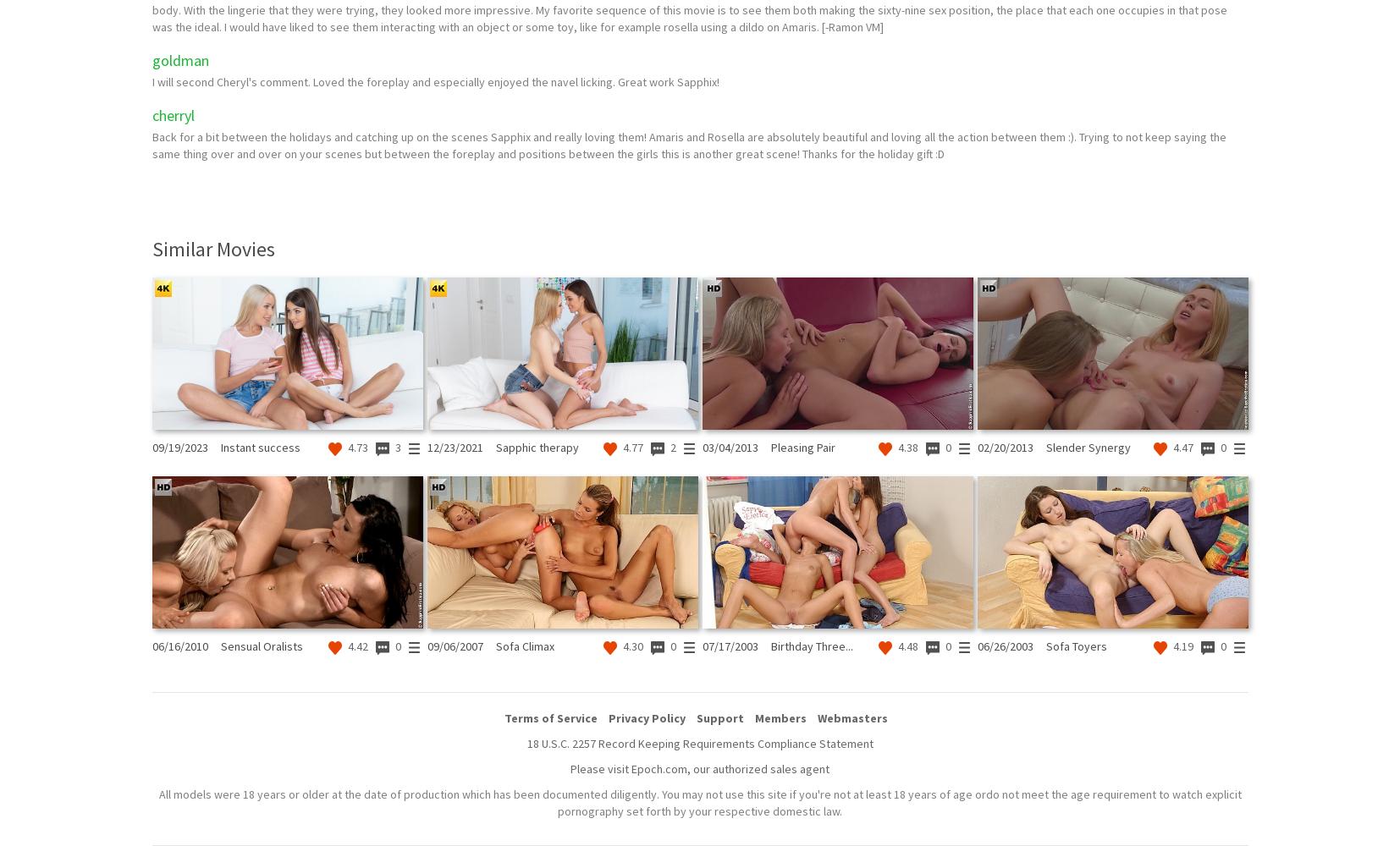 This screenshot has width=1400, height=846. Describe the element at coordinates (260, 646) in the screenshot. I see `'Sensual Oralists'` at that location.